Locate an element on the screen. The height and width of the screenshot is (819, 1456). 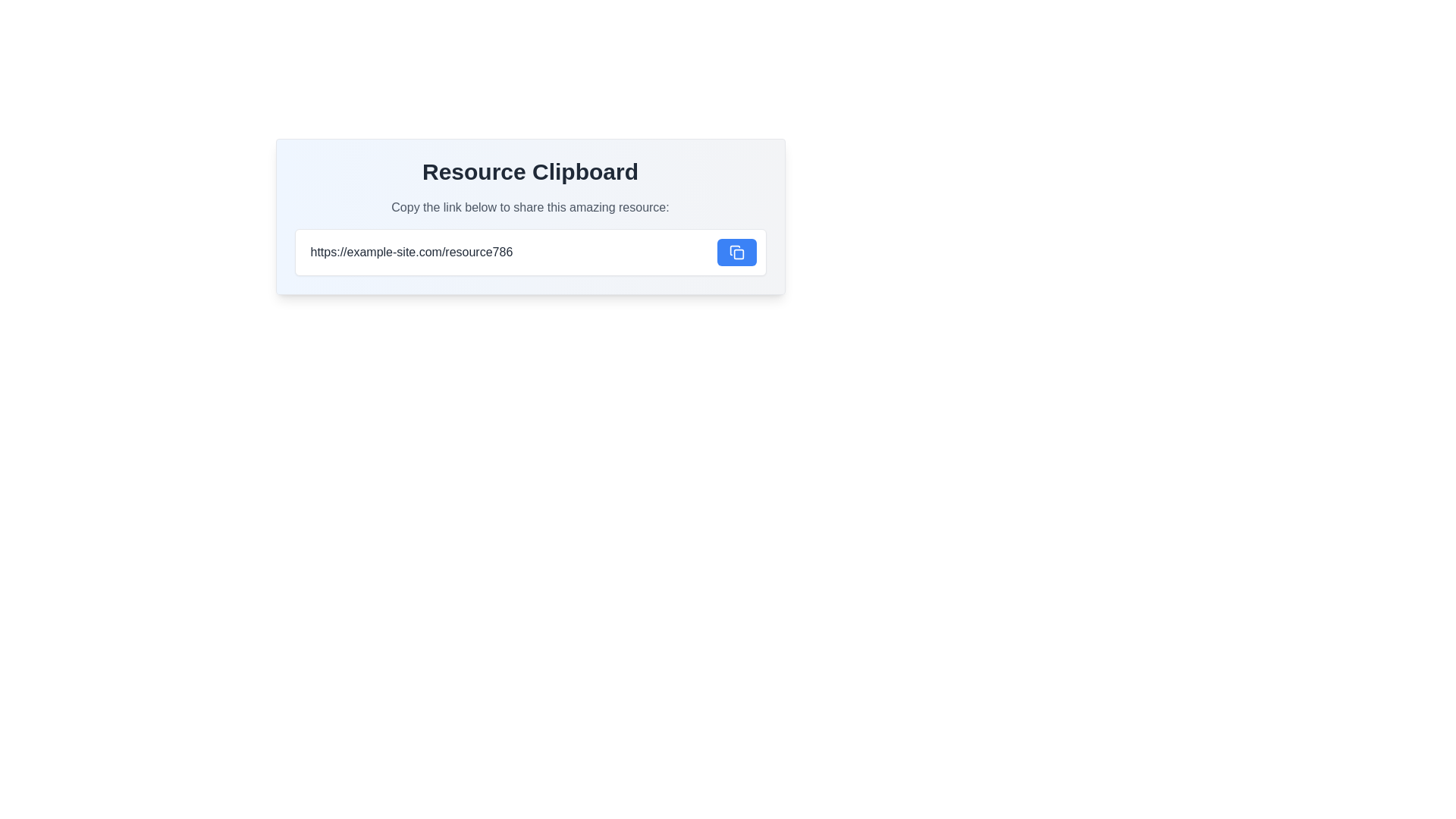
the text input field for URL editing, which currently displays 'https://example-site.com/resource786', to focus on it is located at coordinates (507, 251).